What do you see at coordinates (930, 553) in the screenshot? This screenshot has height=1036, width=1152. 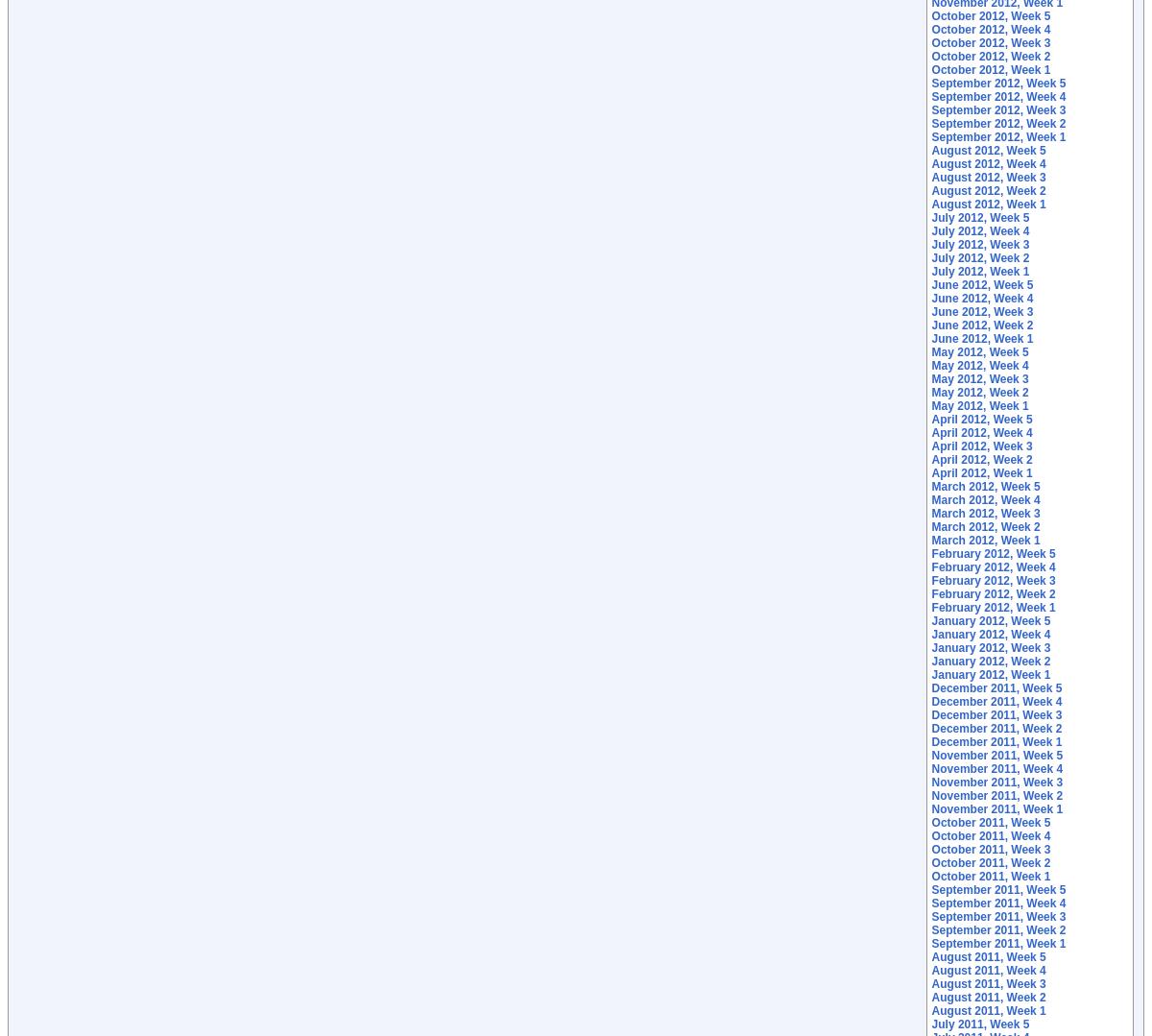 I see `'February 2012, Week 5'` at bounding box center [930, 553].